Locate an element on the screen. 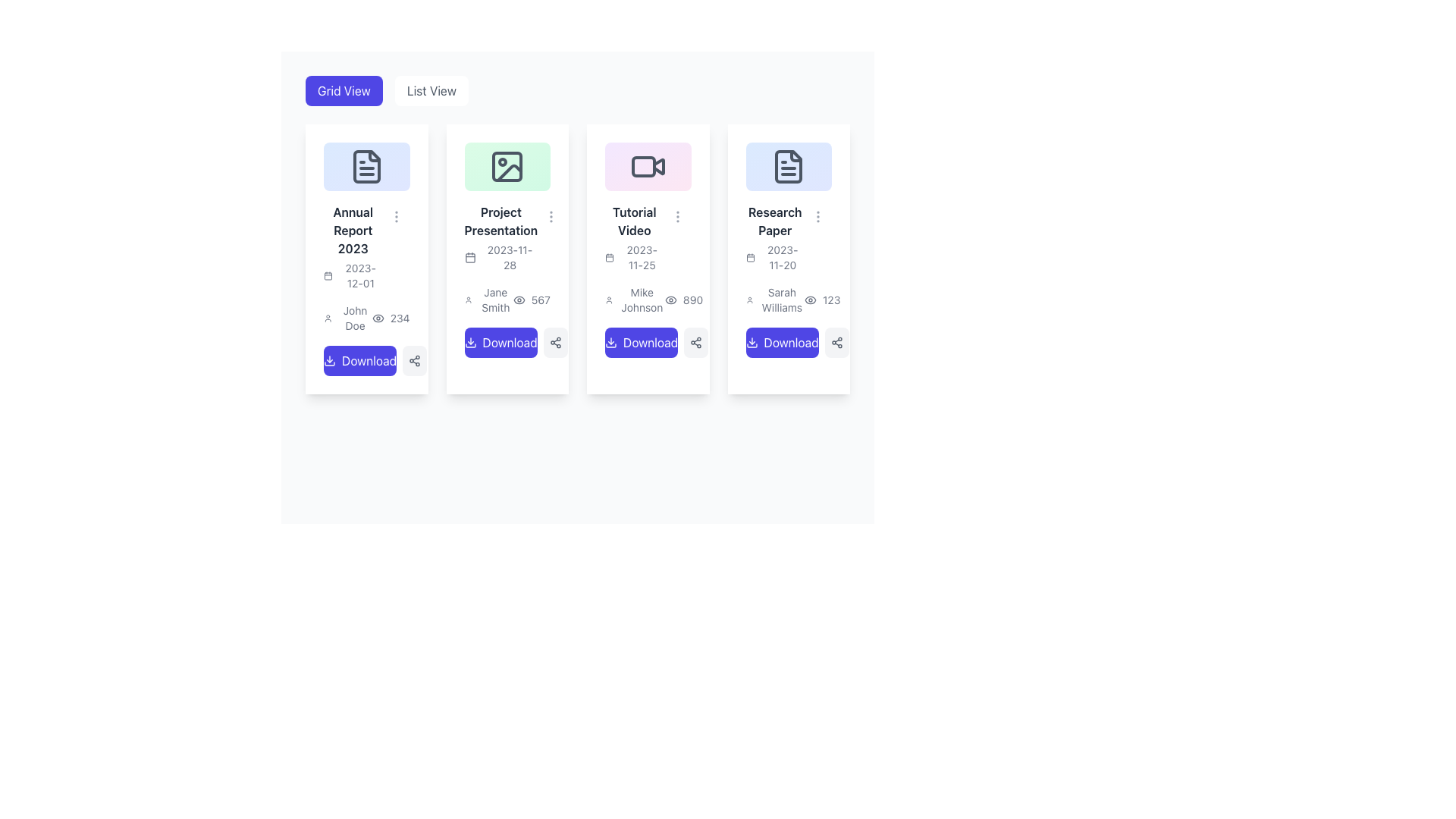 This screenshot has width=1456, height=819. the graphical icon element representing the 'Project Presentation' card, located in the second card from the left is located at coordinates (507, 166).